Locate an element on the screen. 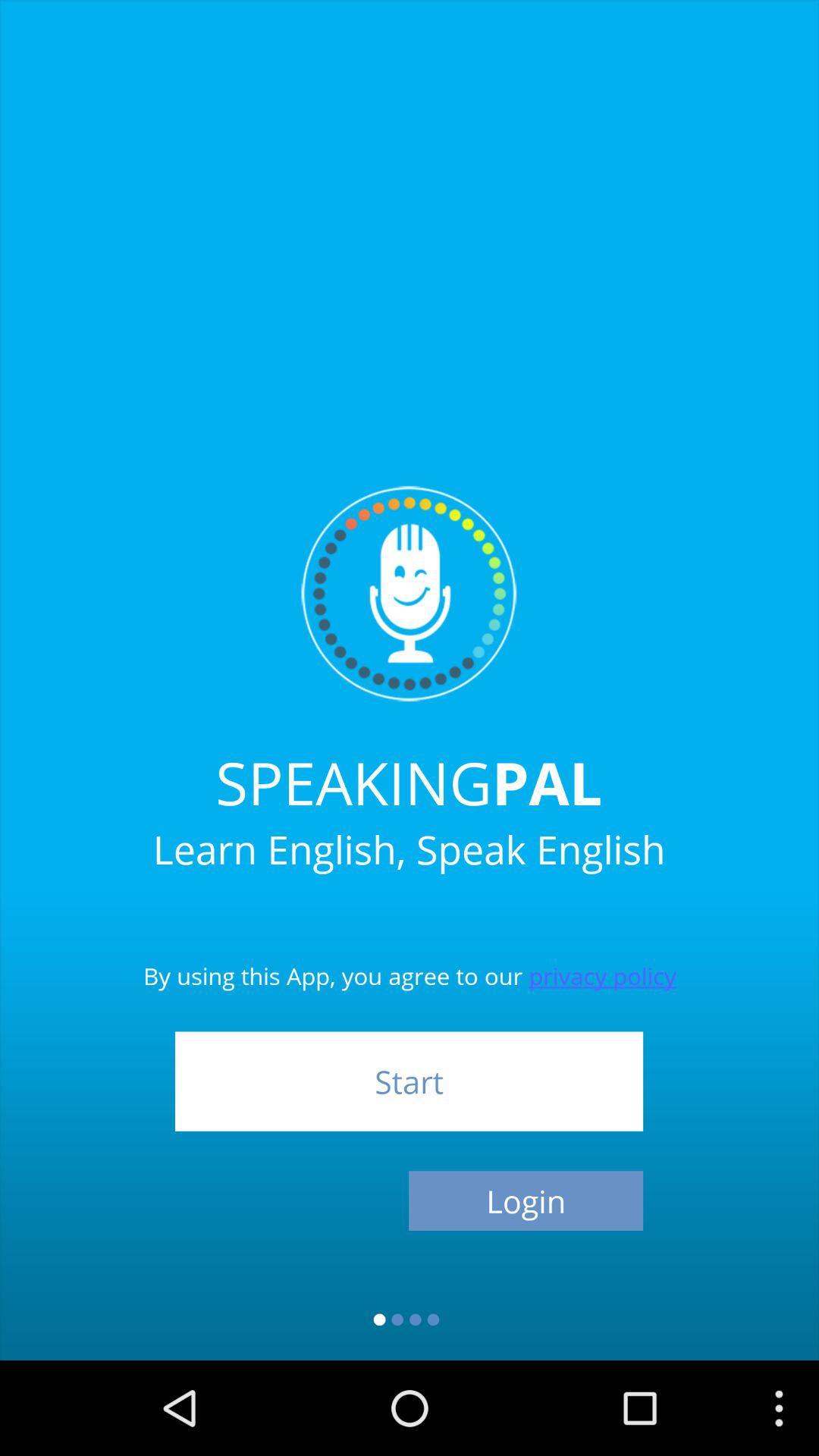 This screenshot has height=1456, width=819. the by using this item is located at coordinates (409, 951).